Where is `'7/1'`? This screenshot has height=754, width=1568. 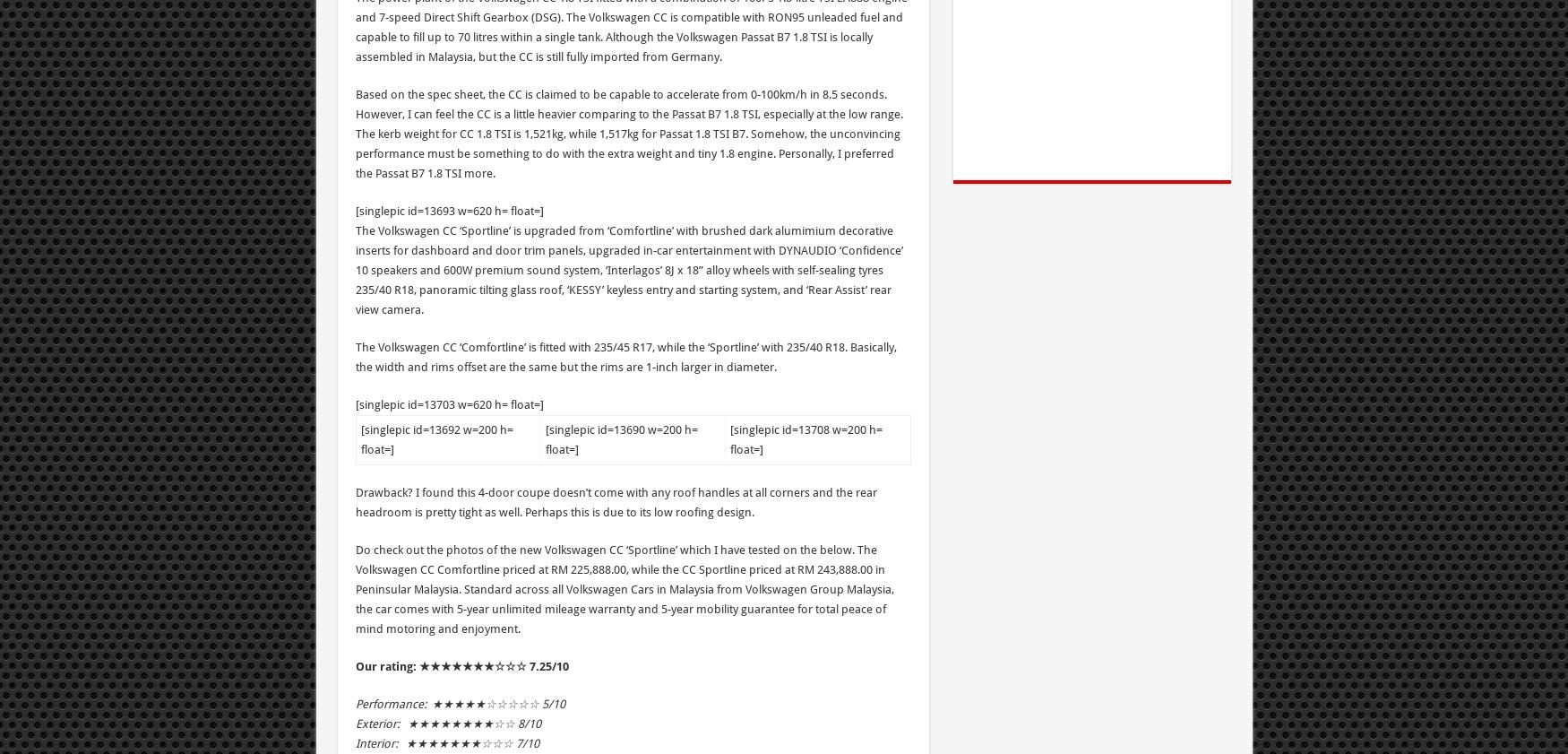 '7/1' is located at coordinates (523, 742).